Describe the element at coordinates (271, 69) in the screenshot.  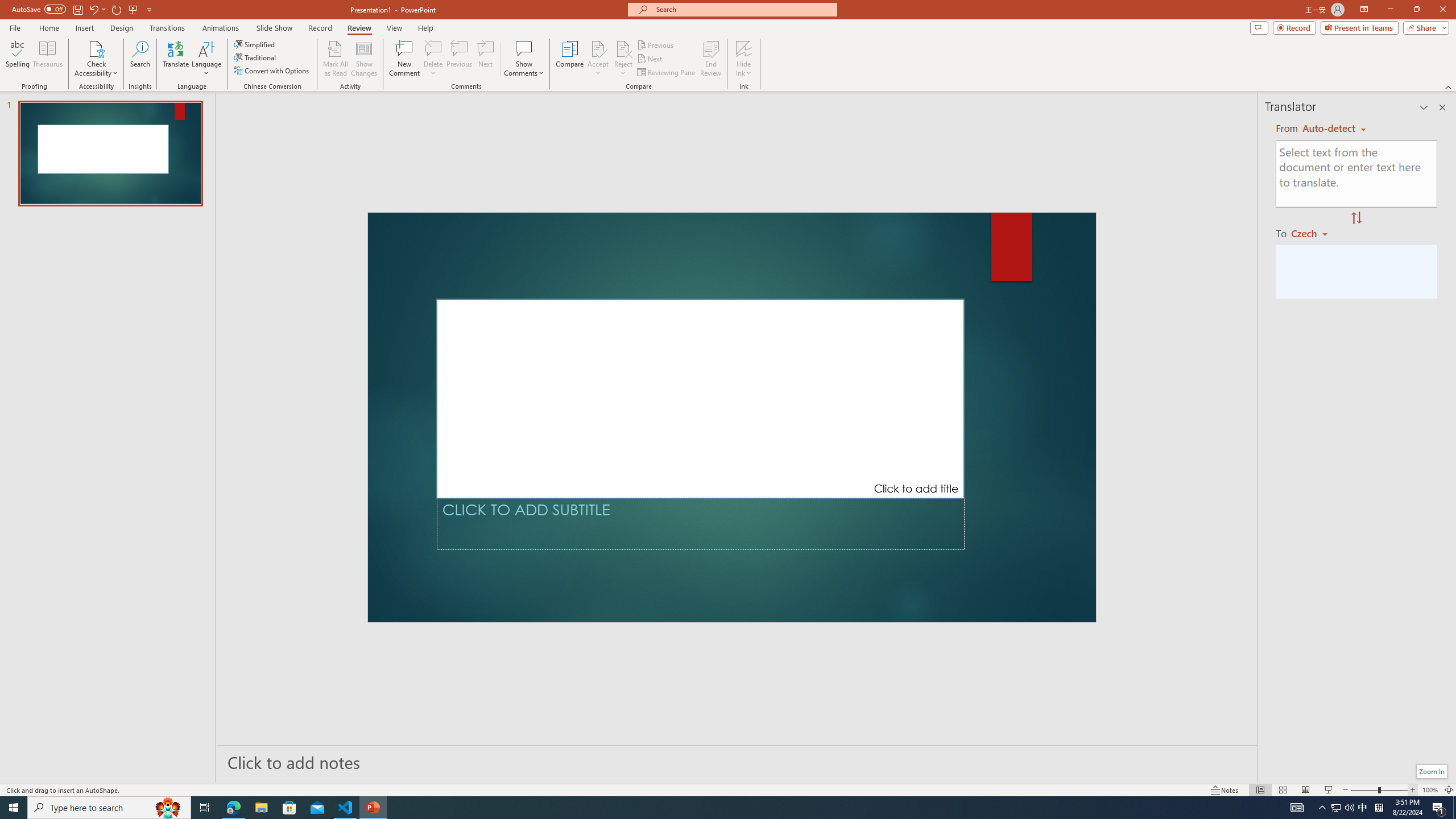
I see `'Convert with Options...'` at that location.